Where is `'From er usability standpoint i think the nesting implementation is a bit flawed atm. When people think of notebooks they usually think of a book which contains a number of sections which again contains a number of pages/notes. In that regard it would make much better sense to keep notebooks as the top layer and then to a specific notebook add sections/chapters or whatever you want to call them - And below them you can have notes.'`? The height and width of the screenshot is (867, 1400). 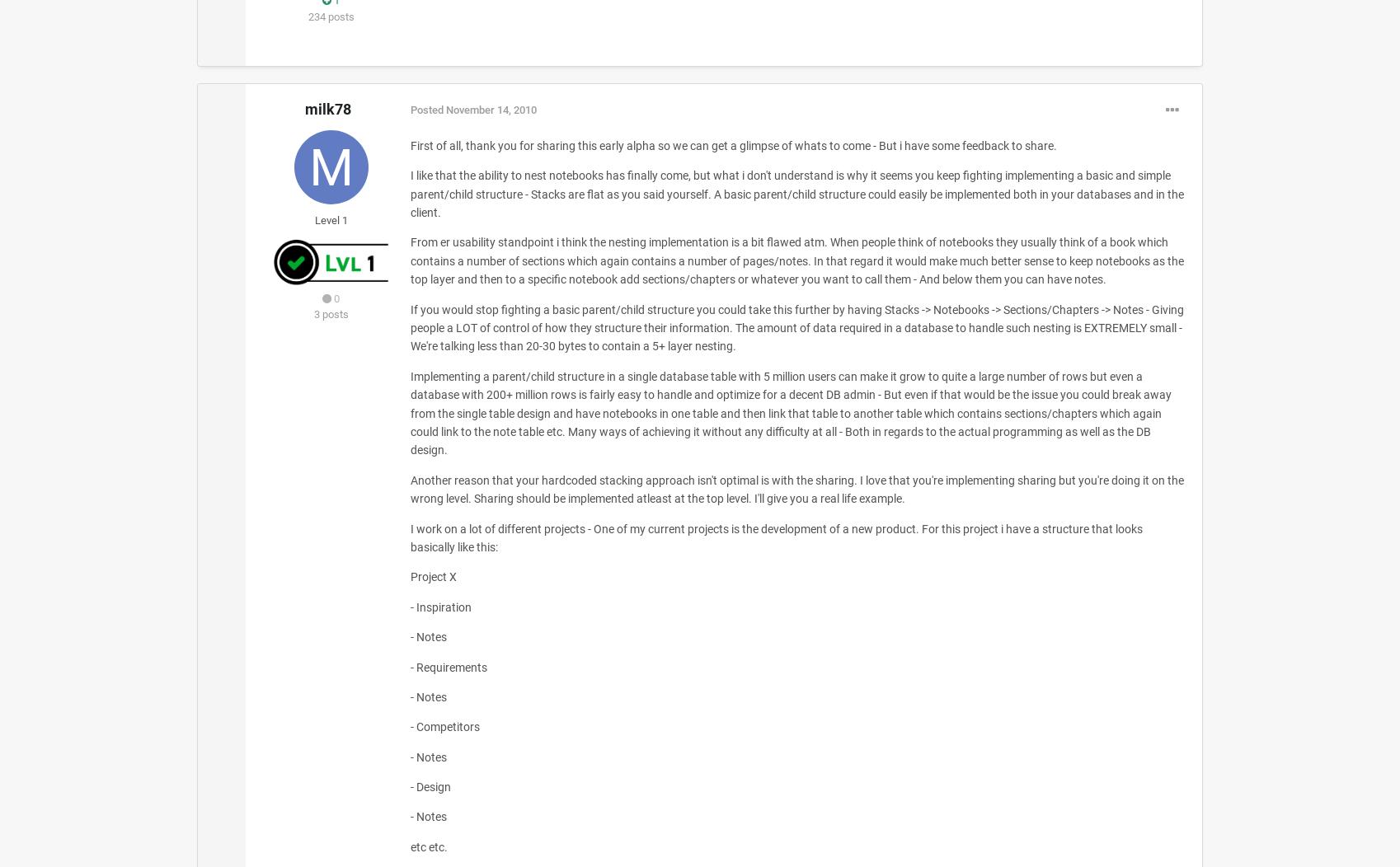 'From er usability standpoint i think the nesting implementation is a bit flawed atm. When people think of notebooks they usually think of a book which contains a number of sections which again contains a number of pages/notes. In that regard it would make much better sense to keep notebooks as the top layer and then to a specific notebook add sections/chapters or whatever you want to call them - And below them you can have notes.' is located at coordinates (409, 260).